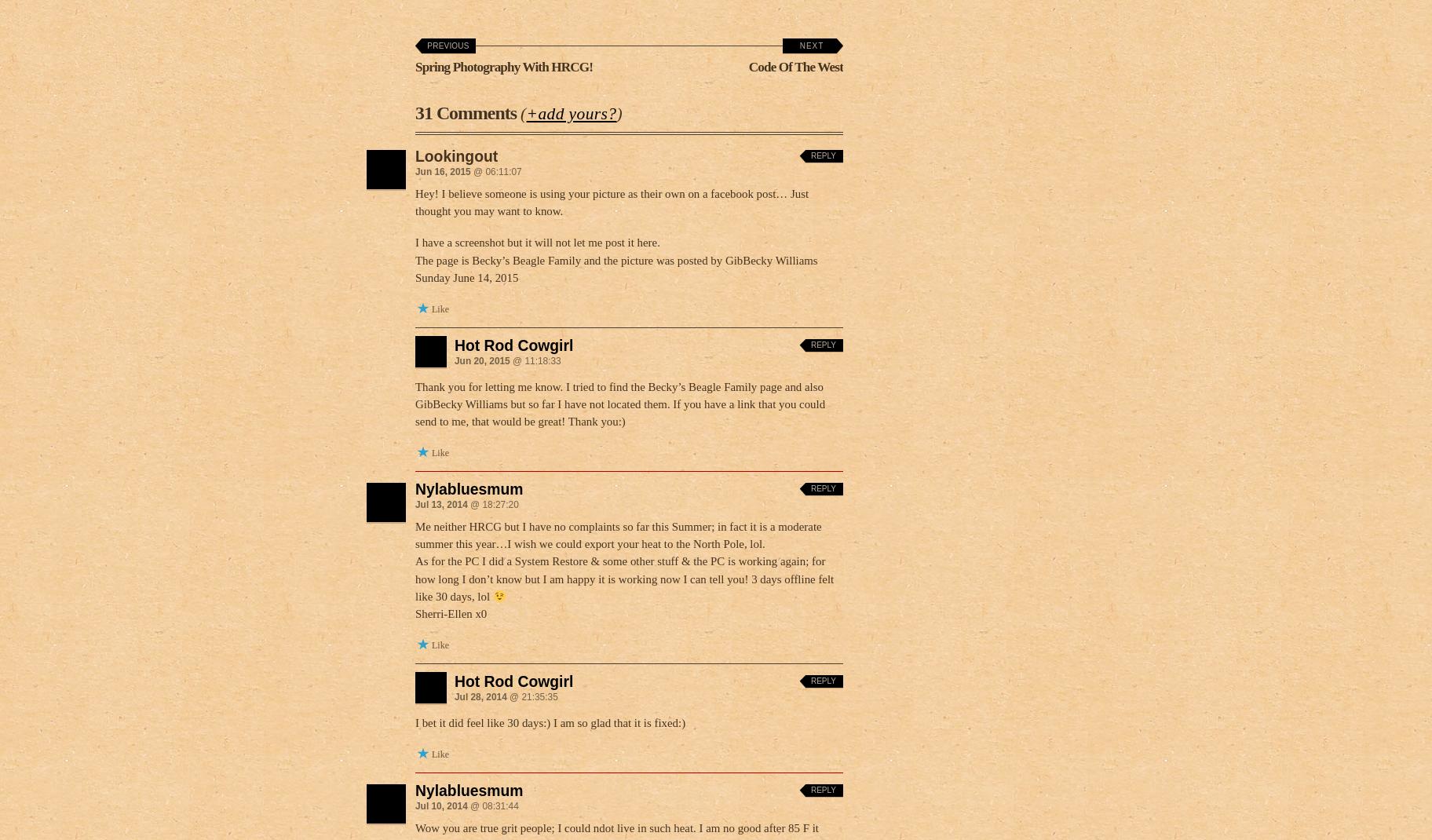  Describe the element at coordinates (455, 155) in the screenshot. I see `'Lookingout'` at that location.